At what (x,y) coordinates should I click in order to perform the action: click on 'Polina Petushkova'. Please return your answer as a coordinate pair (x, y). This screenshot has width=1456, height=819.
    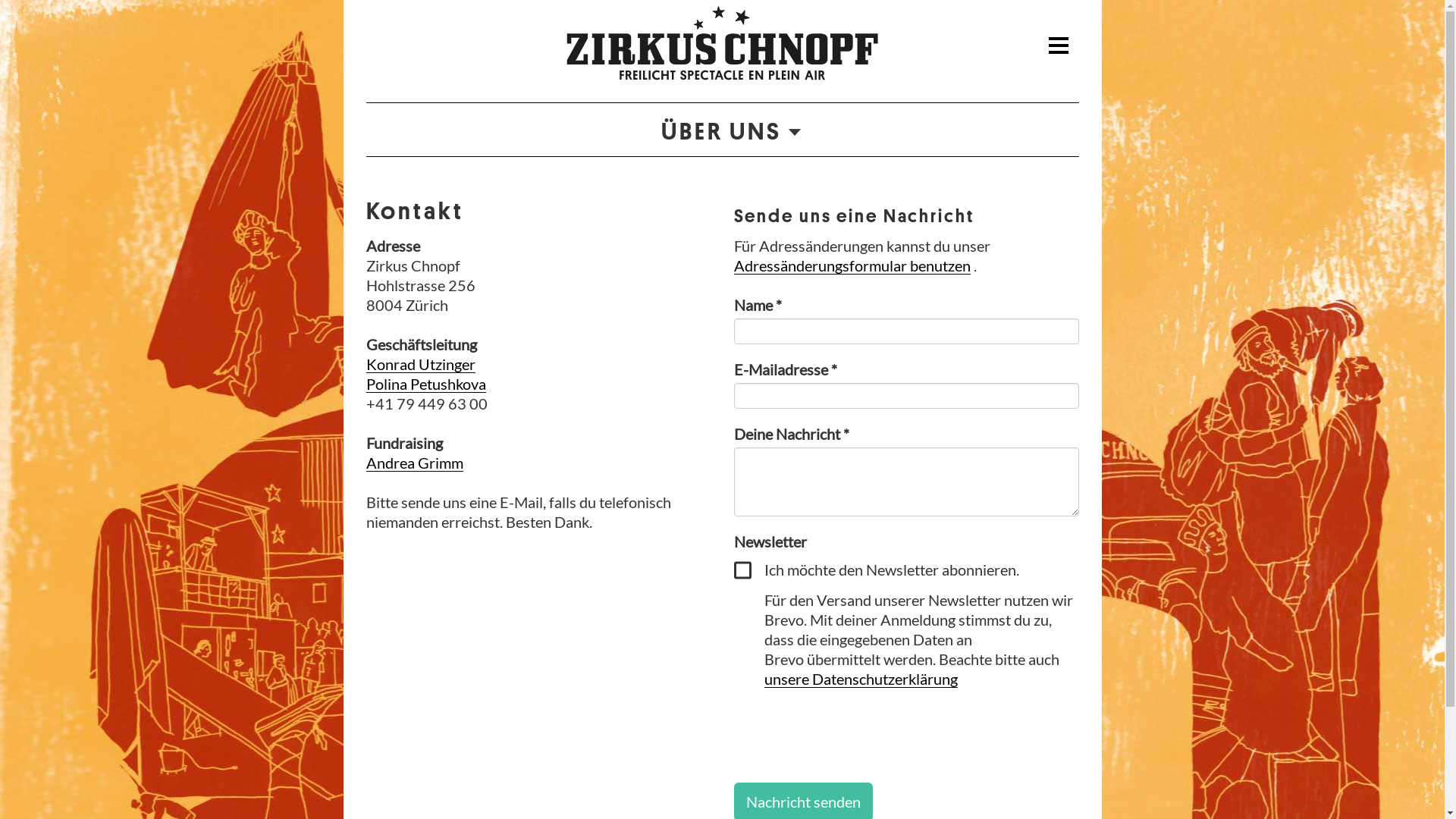
    Looking at the image, I should click on (365, 382).